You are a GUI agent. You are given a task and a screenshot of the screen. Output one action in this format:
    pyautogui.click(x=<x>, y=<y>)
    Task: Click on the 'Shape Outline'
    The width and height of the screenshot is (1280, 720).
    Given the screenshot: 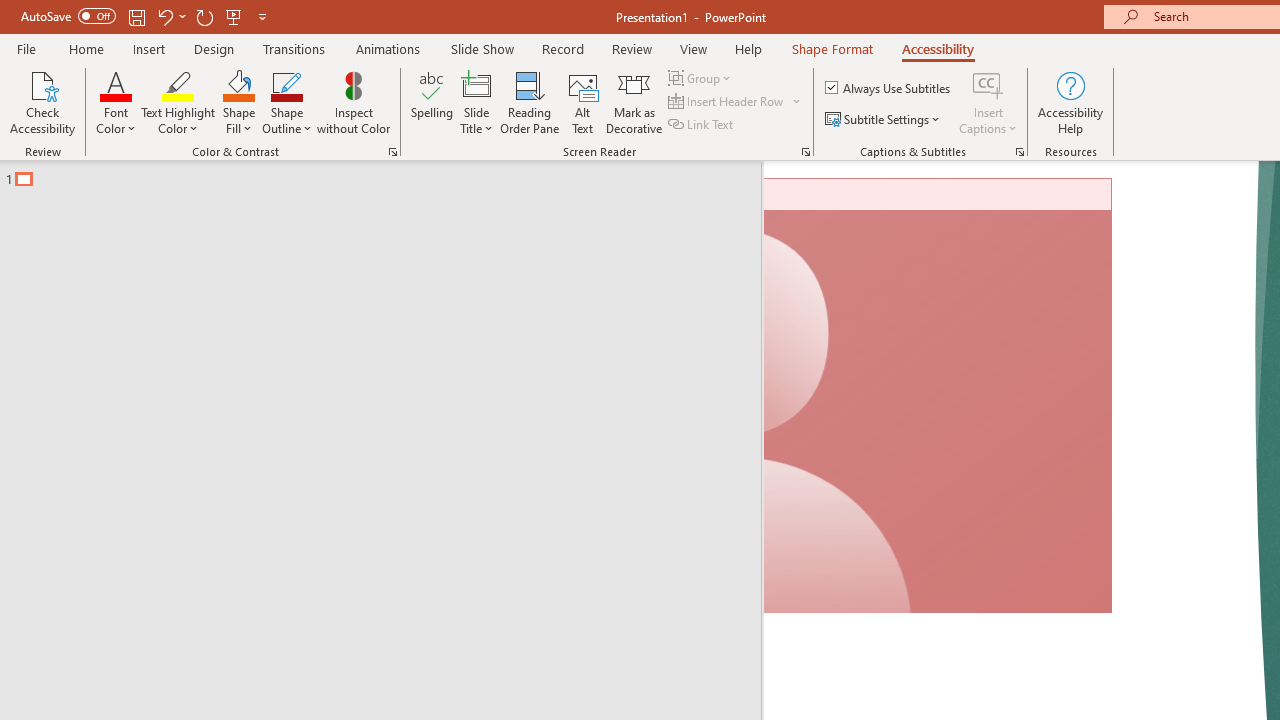 What is the action you would take?
    pyautogui.click(x=286, y=103)
    